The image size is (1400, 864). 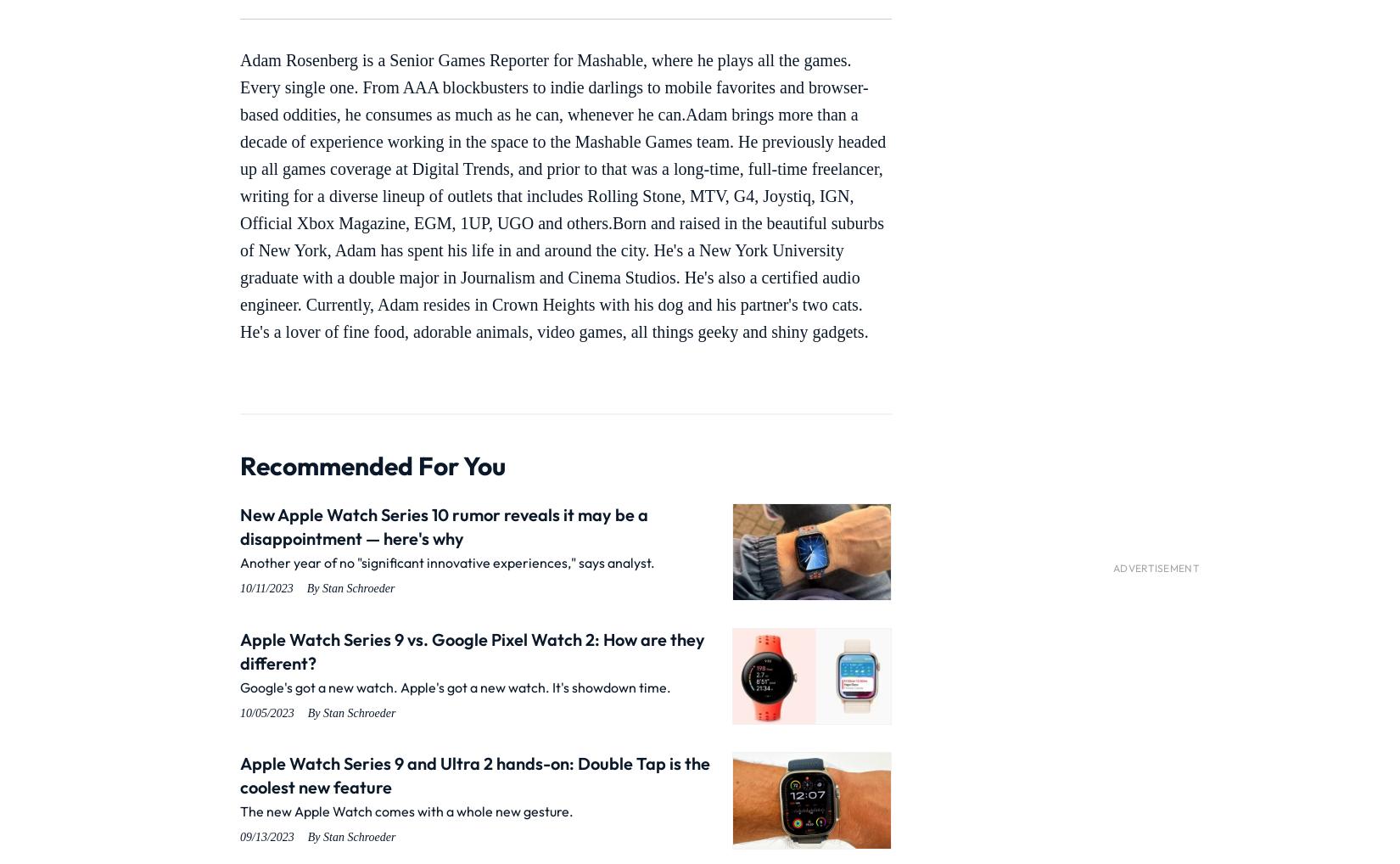 What do you see at coordinates (446, 563) in the screenshot?
I see `'Another year of no "significant innovative experiences," says analyst.'` at bounding box center [446, 563].